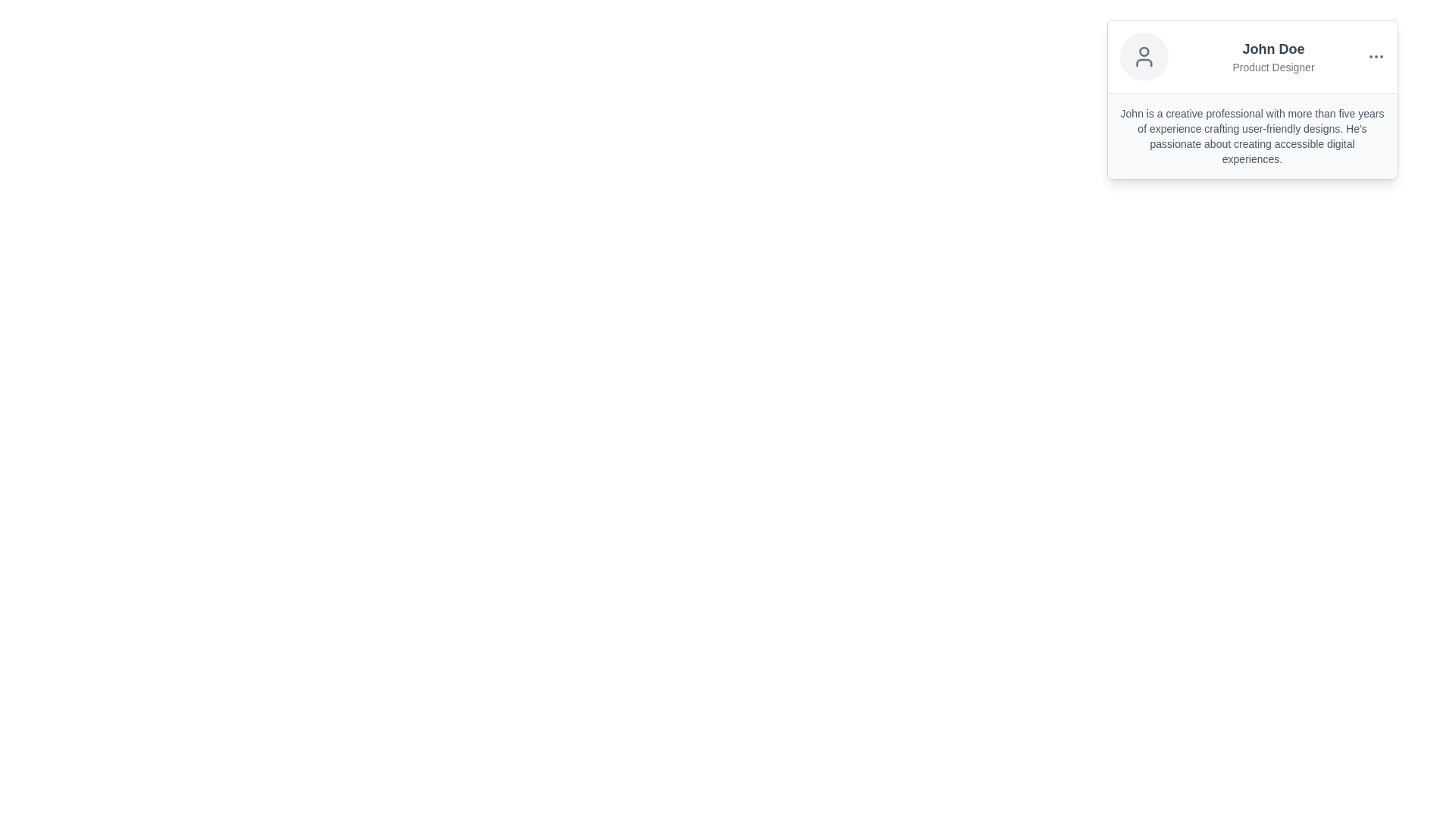  I want to click on the Text Label that serves as the title of the individual in the profile card, located at the top-left corner above the 'Product Designer' text, so click(1273, 49).